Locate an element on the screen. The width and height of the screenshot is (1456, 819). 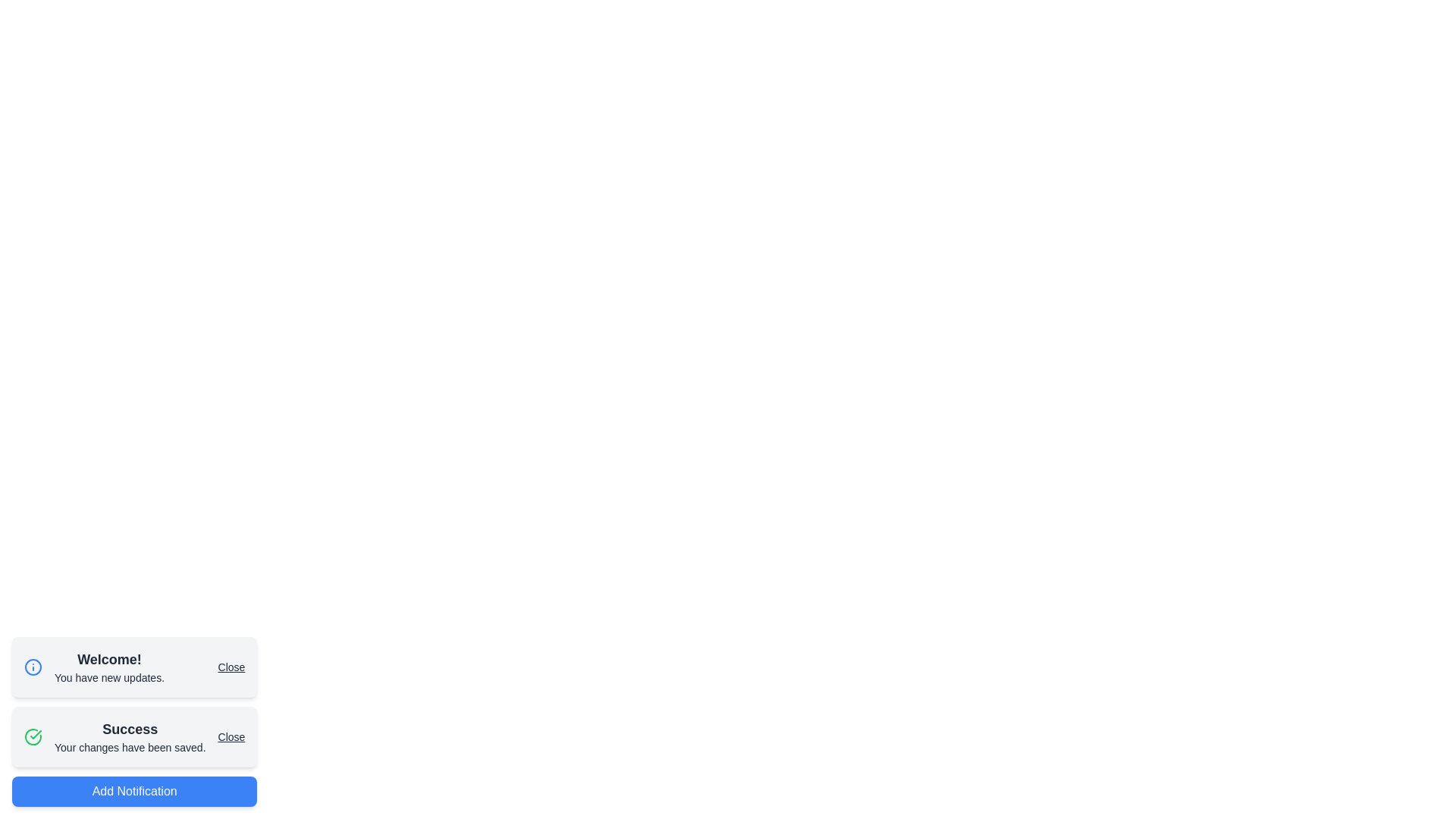
the central blue outlined circle of the 'info' icon located in the notification area, which is positioned to the left of the 'Welcome!' notification text is located at coordinates (33, 666).